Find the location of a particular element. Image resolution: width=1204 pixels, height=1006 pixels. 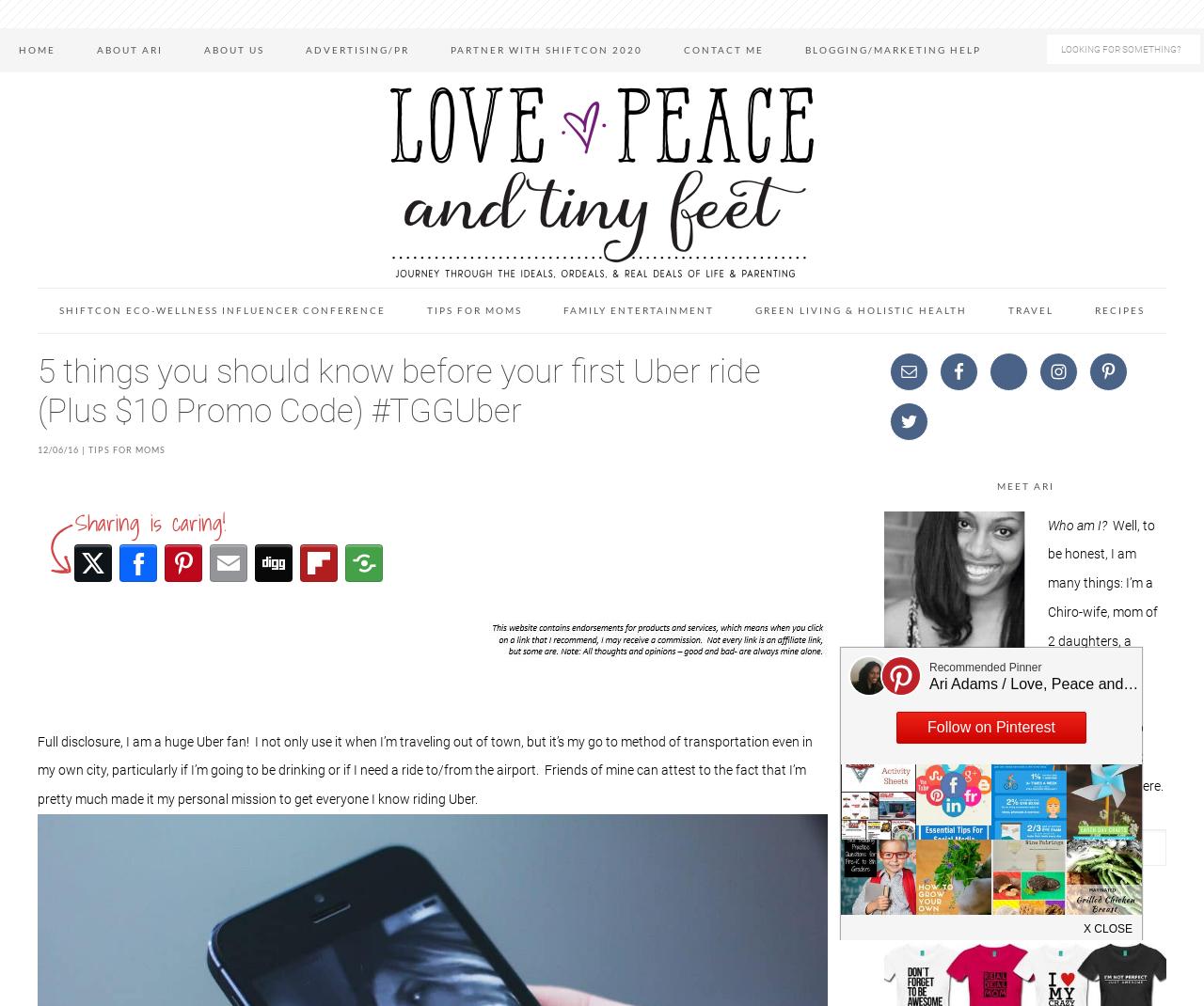

'About Ari' is located at coordinates (128, 48).